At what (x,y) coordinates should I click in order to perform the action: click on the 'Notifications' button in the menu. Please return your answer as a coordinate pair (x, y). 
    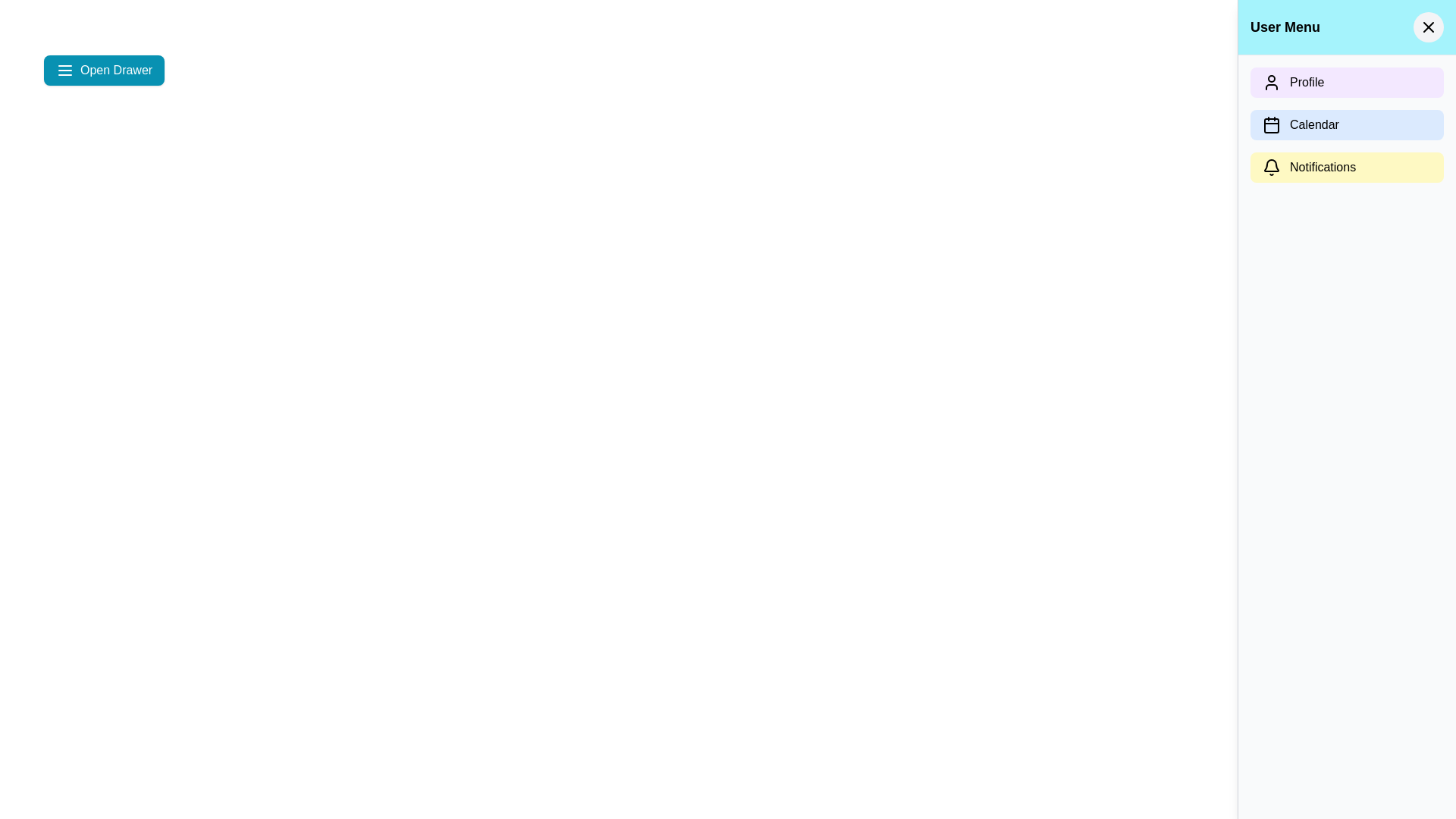
    Looking at the image, I should click on (1347, 167).